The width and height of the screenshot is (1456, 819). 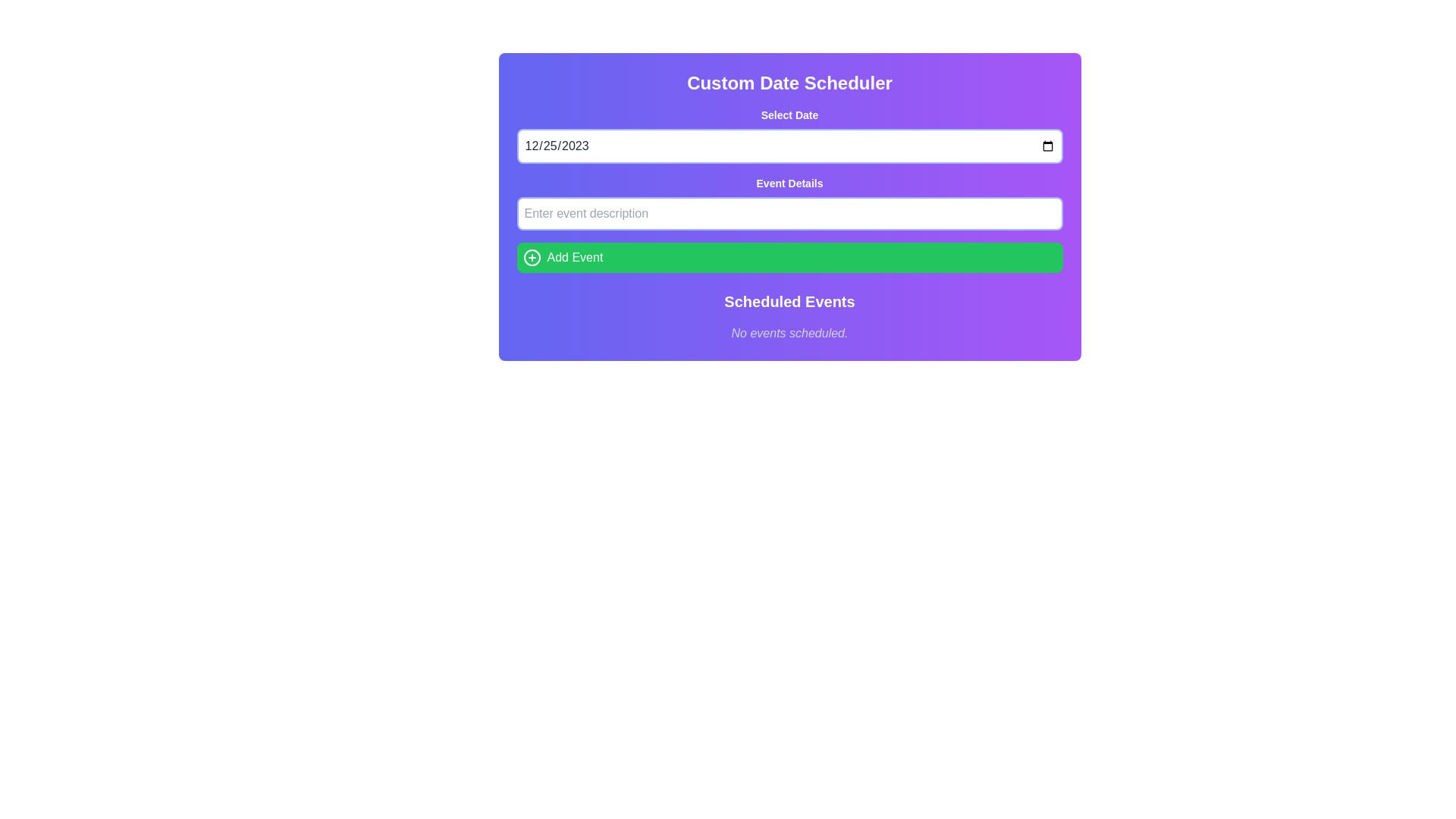 What do you see at coordinates (789, 146) in the screenshot?
I see `the input field for date selection located below the 'Select Date' label to modify its value` at bounding box center [789, 146].